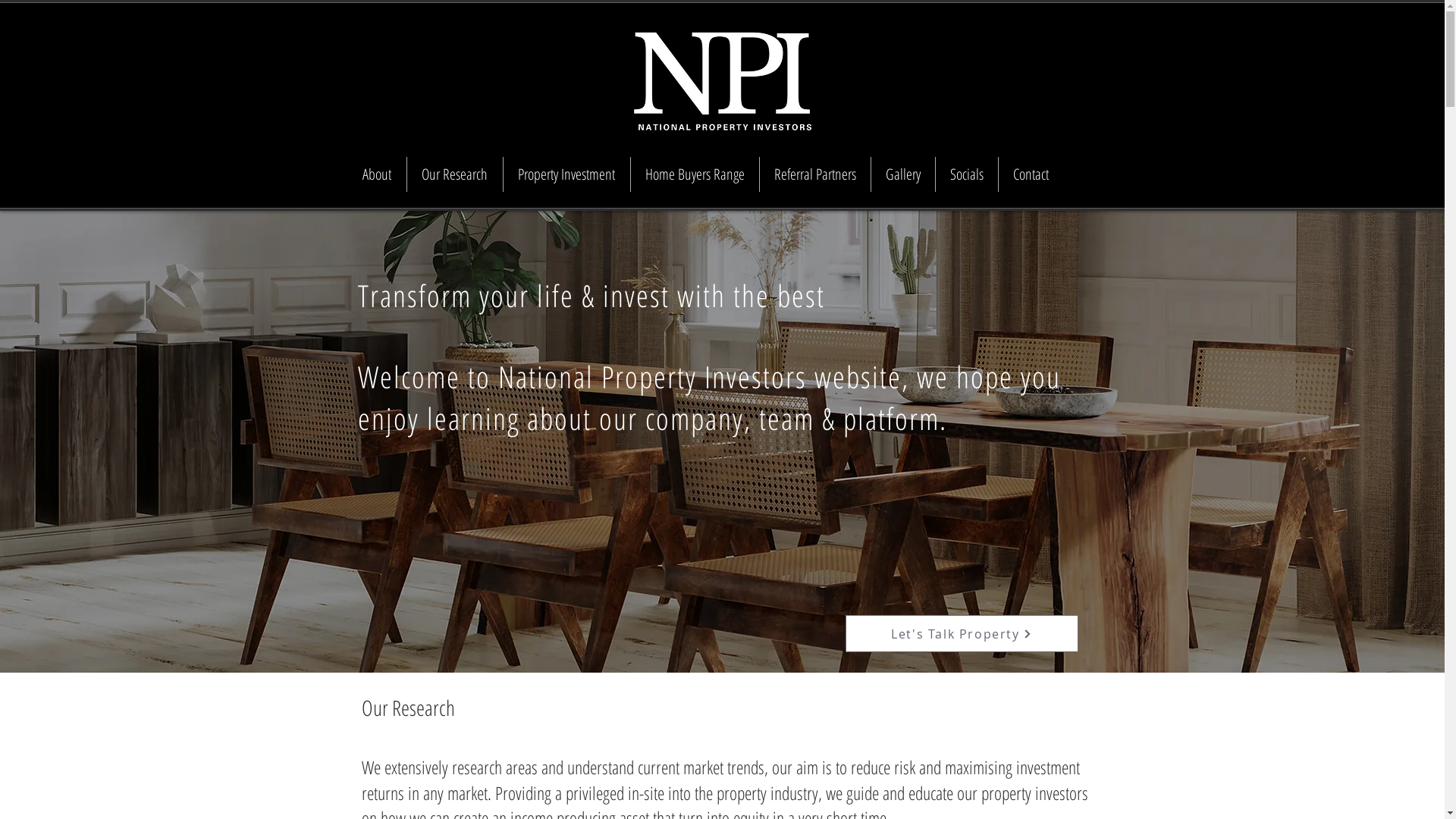 The image size is (1456, 819). Describe the element at coordinates (813, 174) in the screenshot. I see `'Referral Partners'` at that location.